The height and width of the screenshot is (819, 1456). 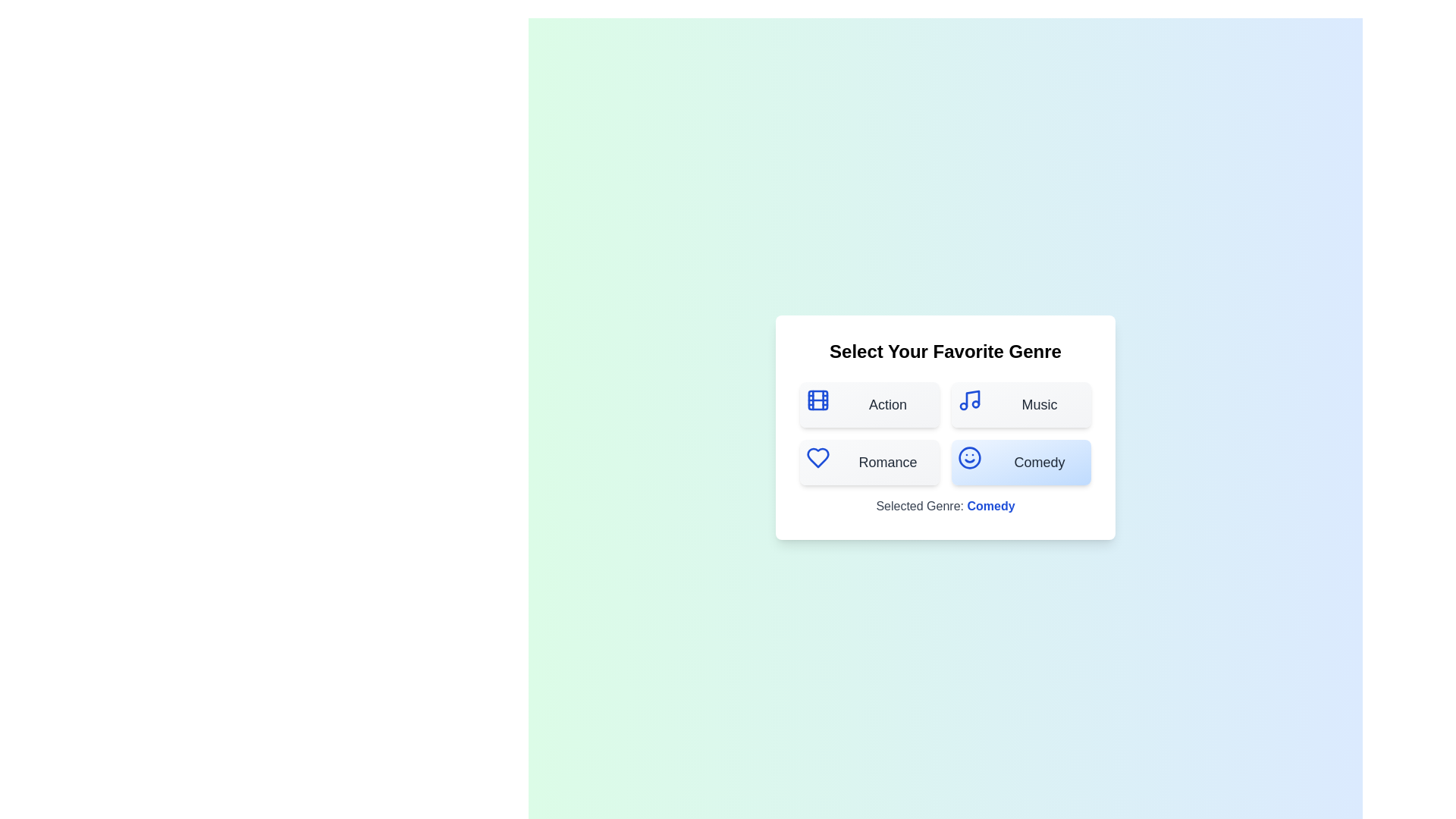 I want to click on the circular blue icon with a smiling face and red nose located in the Comedy button panel at the bottom-right of the genre selection options, so click(x=968, y=457).